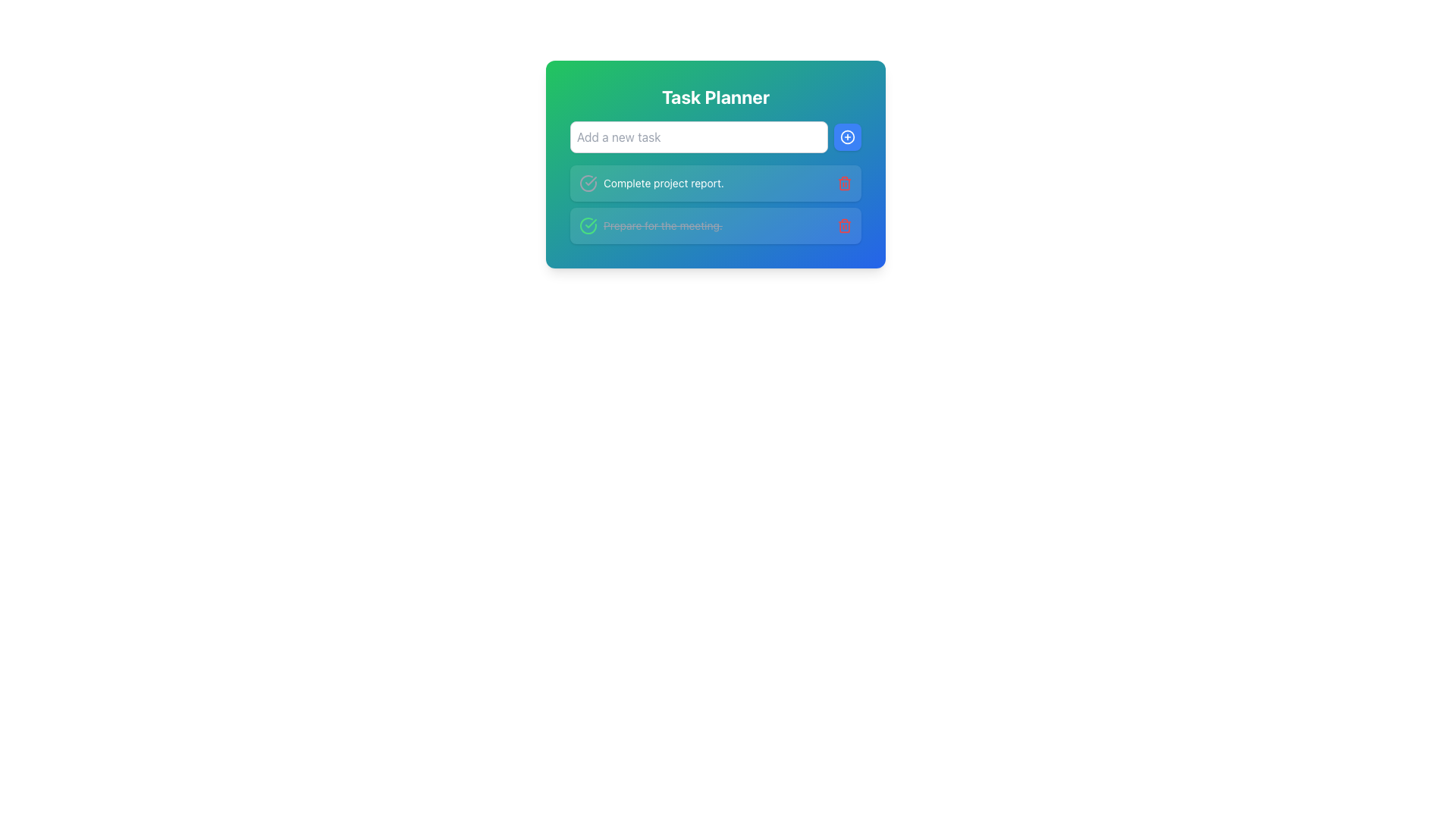  I want to click on the task item in the task planner application, so click(715, 183).